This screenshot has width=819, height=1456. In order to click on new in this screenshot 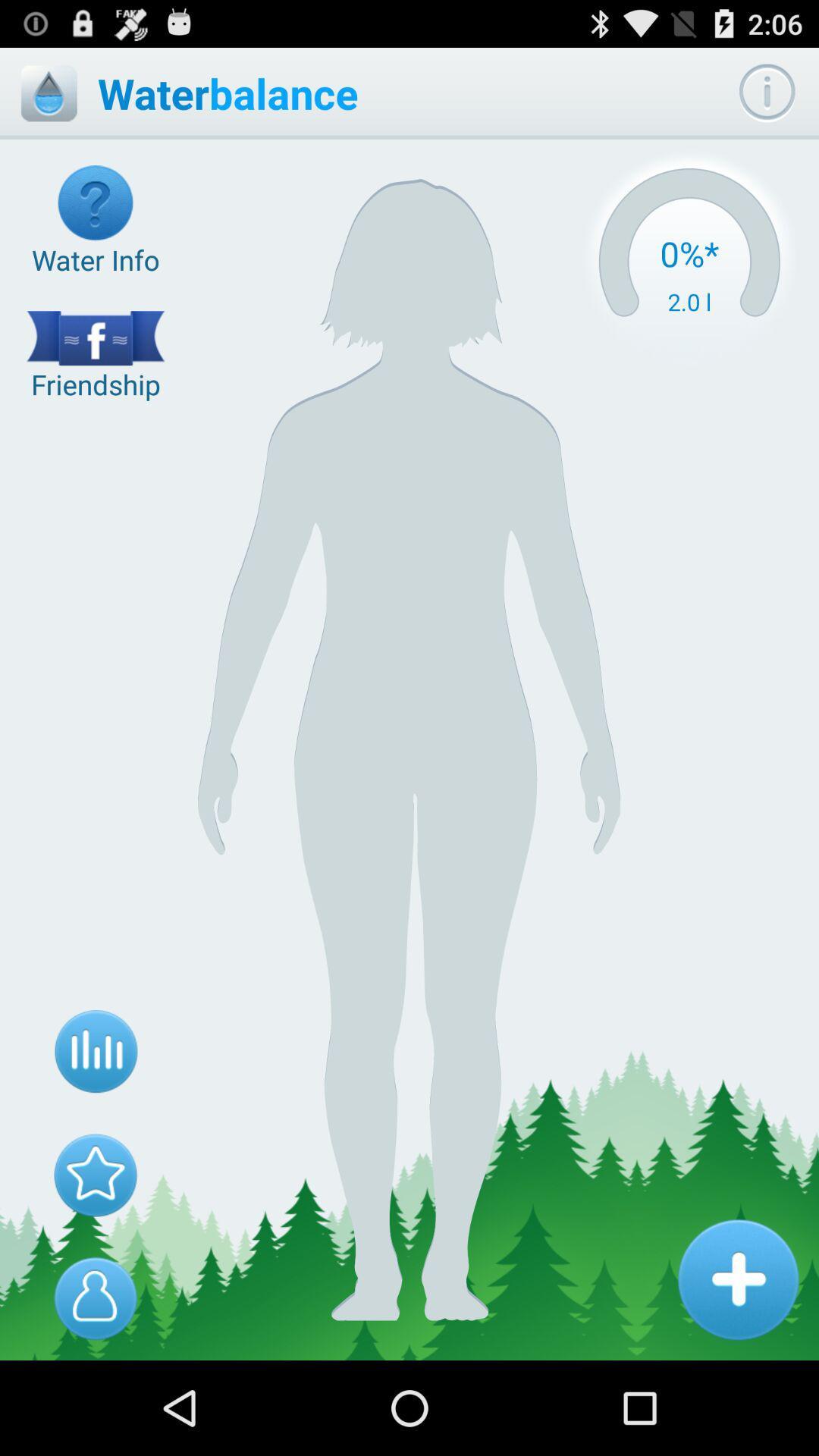, I will do `click(737, 1279)`.